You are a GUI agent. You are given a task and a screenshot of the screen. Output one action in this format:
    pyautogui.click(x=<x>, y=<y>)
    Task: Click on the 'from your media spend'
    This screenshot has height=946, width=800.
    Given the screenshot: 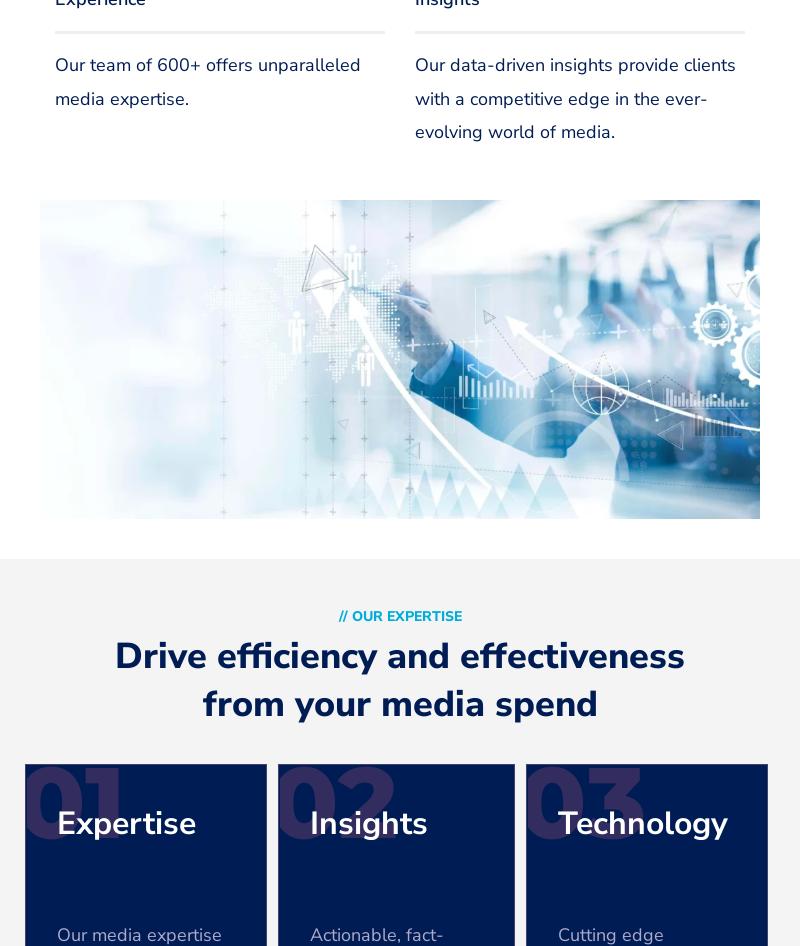 What is the action you would take?
    pyautogui.click(x=398, y=704)
    